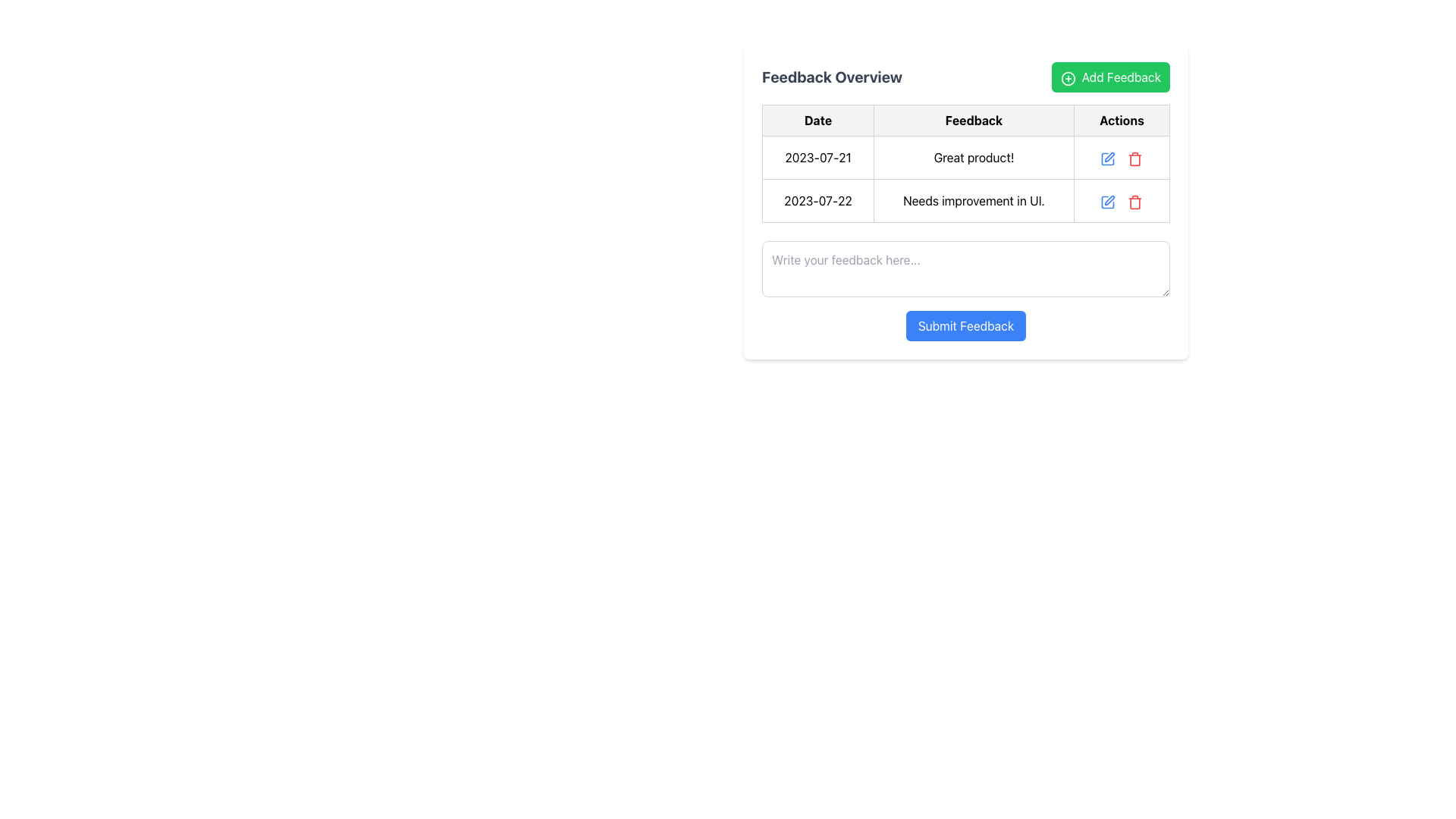  I want to click on the editing icon in the 'Actions' column of the second row of the feedback table, so click(1108, 201).